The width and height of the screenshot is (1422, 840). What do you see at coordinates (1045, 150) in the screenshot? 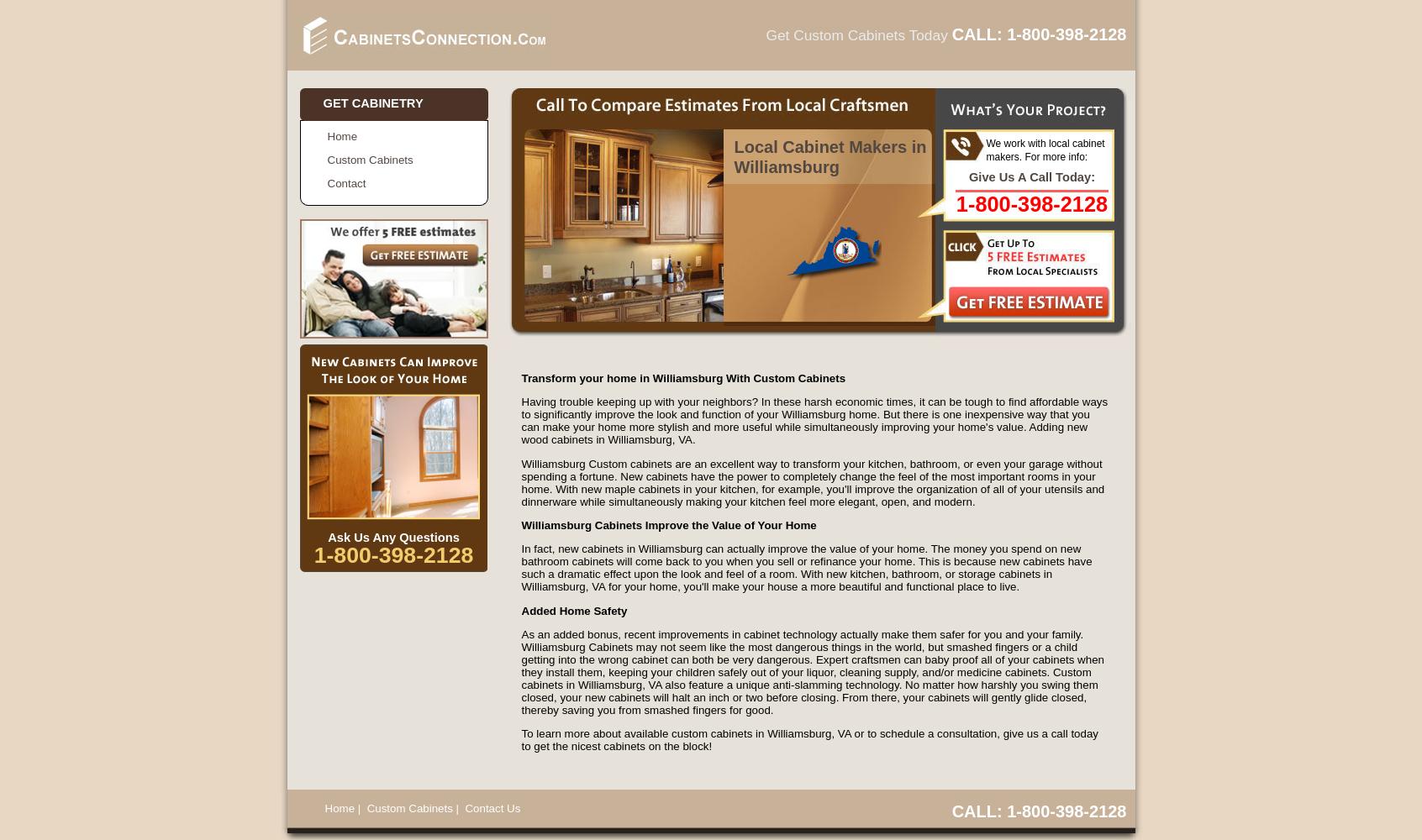
I see `'We work with local cabinet makers. For more info:'` at bounding box center [1045, 150].